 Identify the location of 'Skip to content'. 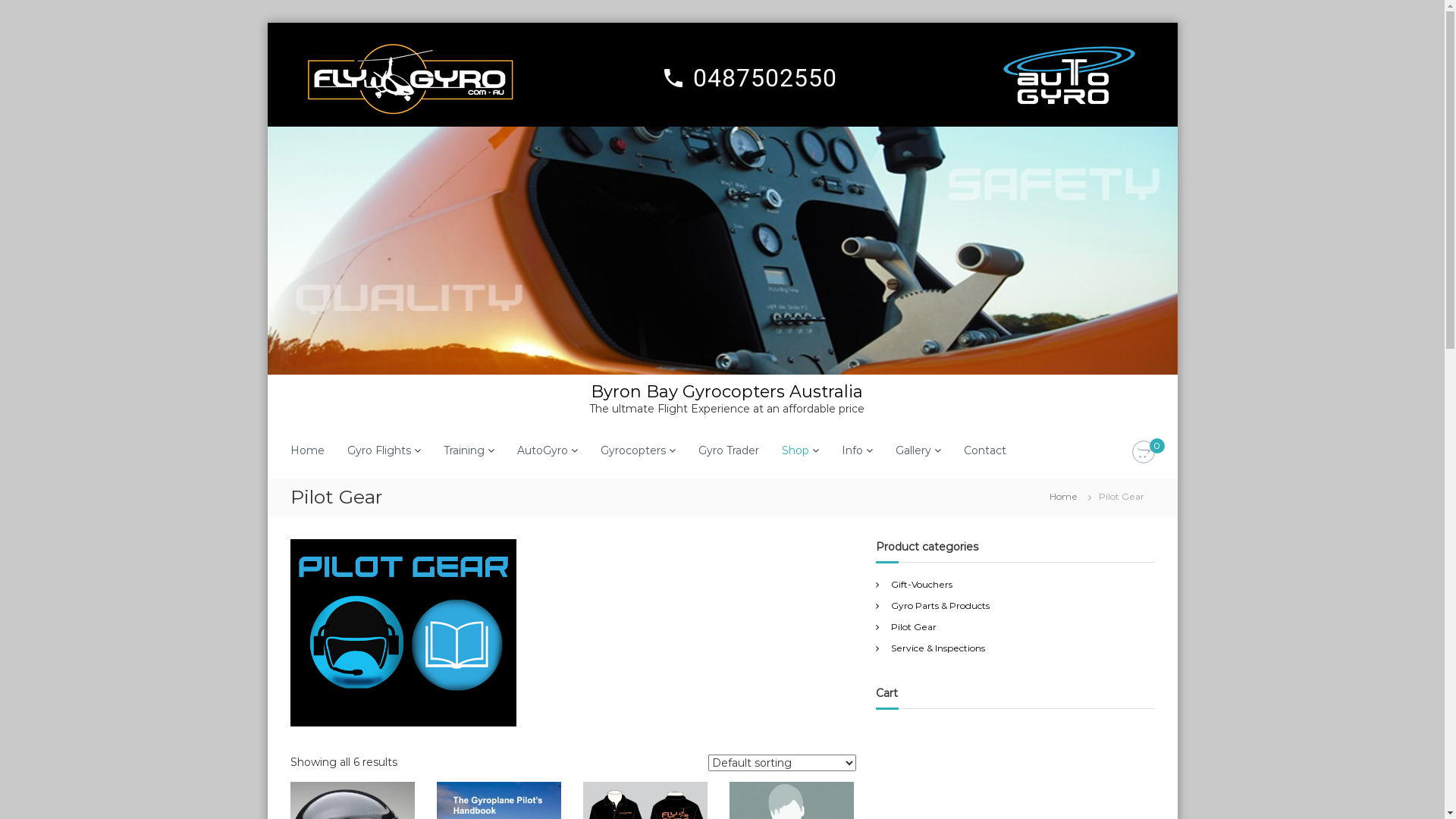
(267, 22).